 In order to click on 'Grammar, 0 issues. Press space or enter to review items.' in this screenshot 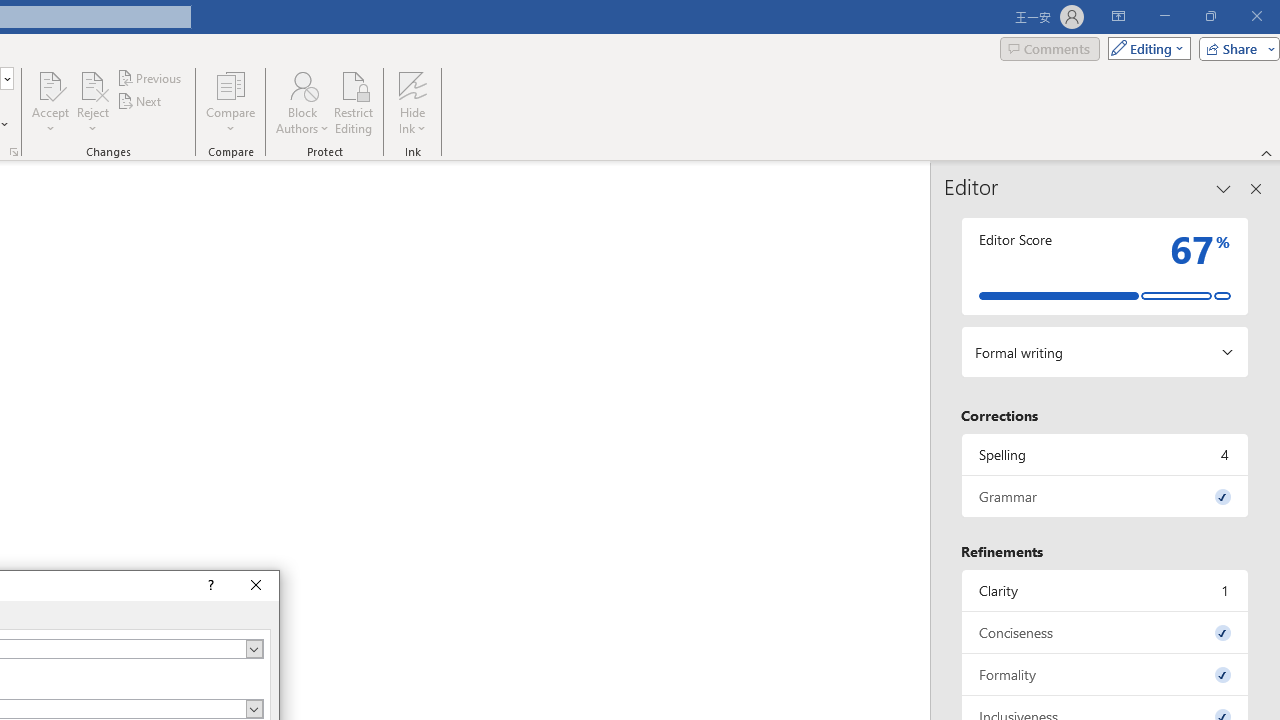, I will do `click(1104, 495)`.